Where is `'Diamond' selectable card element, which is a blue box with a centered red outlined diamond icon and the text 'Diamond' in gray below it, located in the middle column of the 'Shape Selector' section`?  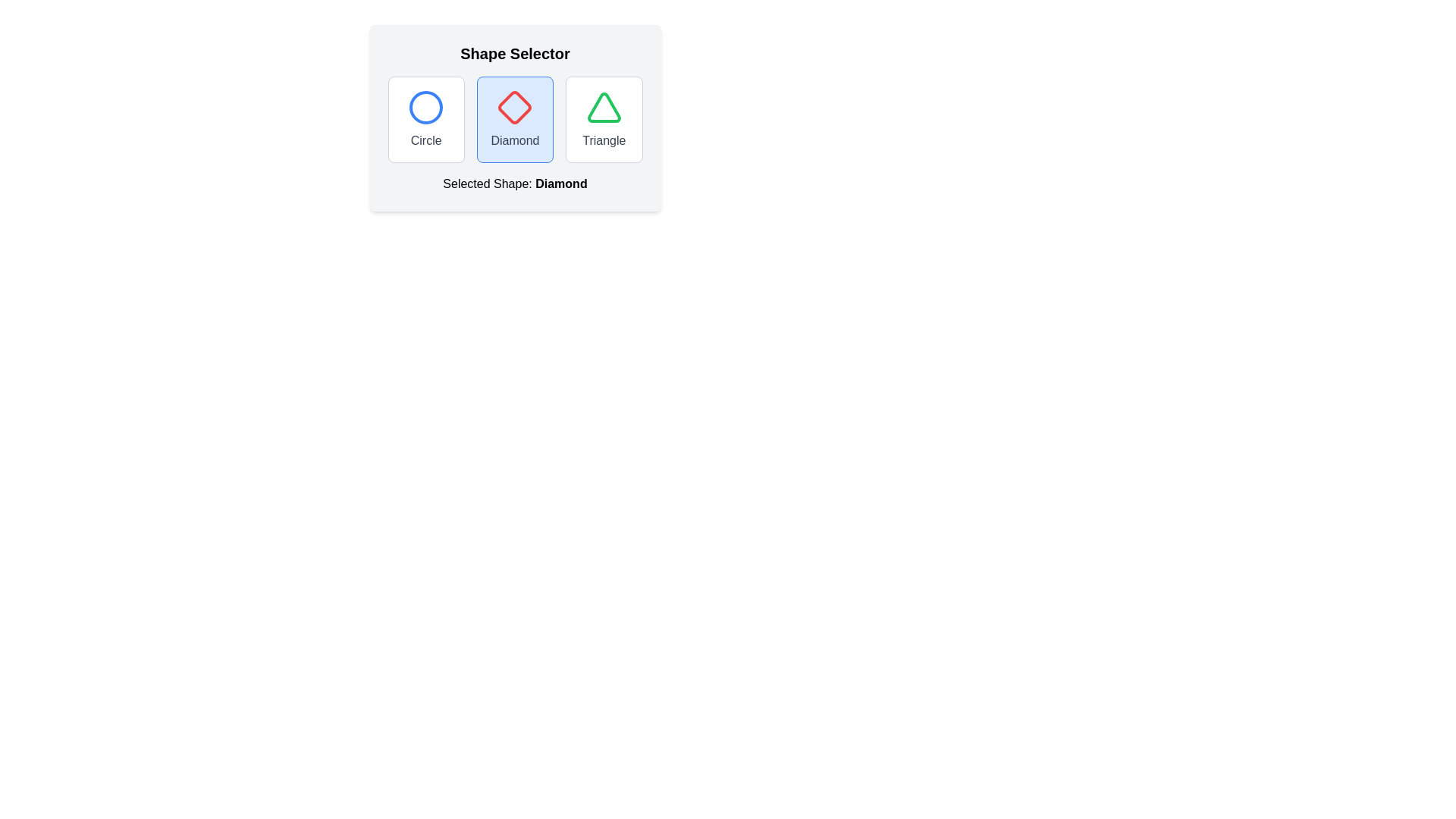 'Diamond' selectable card element, which is a blue box with a centered red outlined diamond icon and the text 'Diamond' in gray below it, located in the middle column of the 'Shape Selector' section is located at coordinates (515, 119).